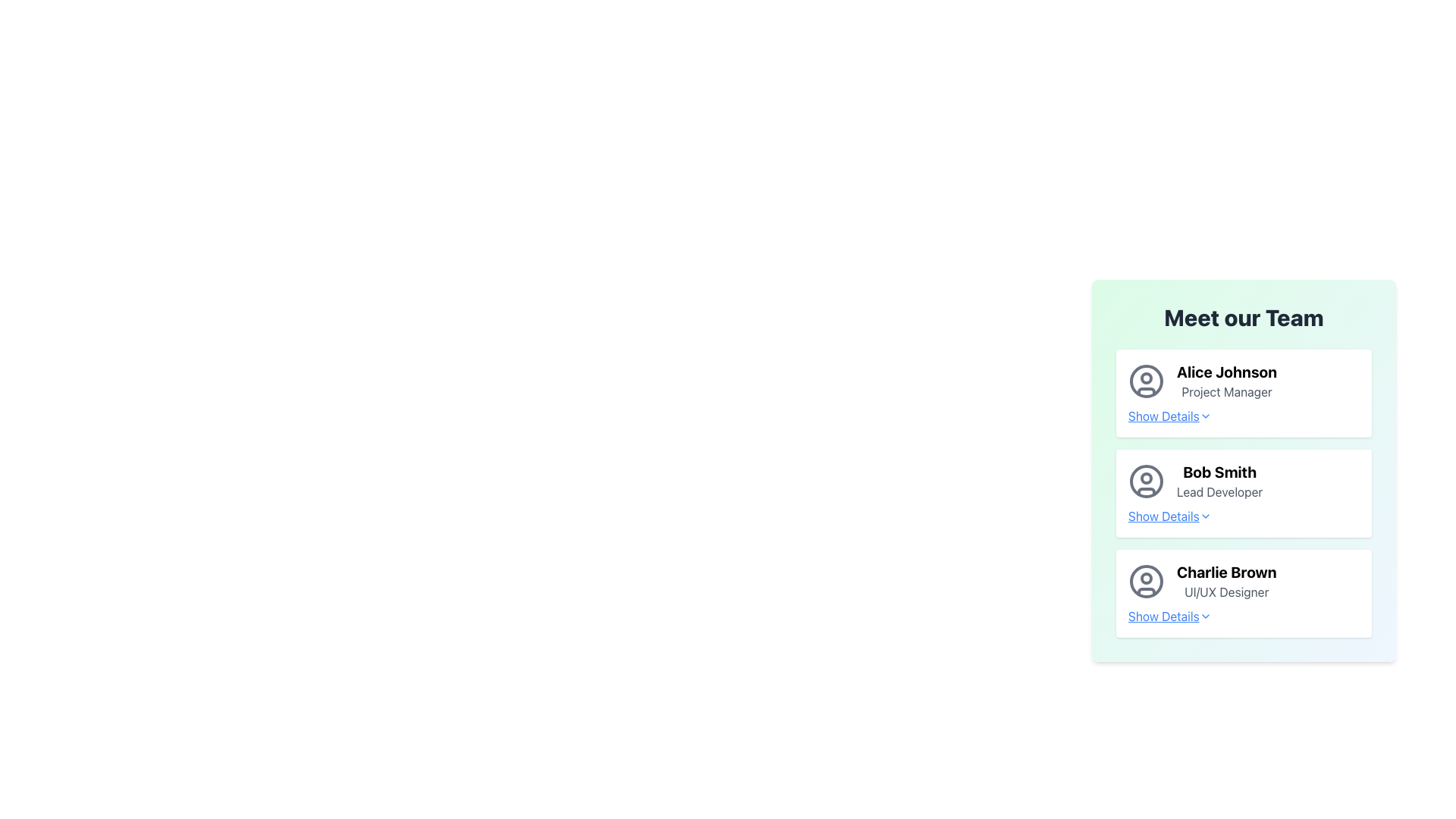 Image resolution: width=1456 pixels, height=819 pixels. I want to click on the user profile icon for 'Bob Smith,' which is a circular gray icon located at the top-left of the card, representing the 'Lead Developer.', so click(1147, 482).